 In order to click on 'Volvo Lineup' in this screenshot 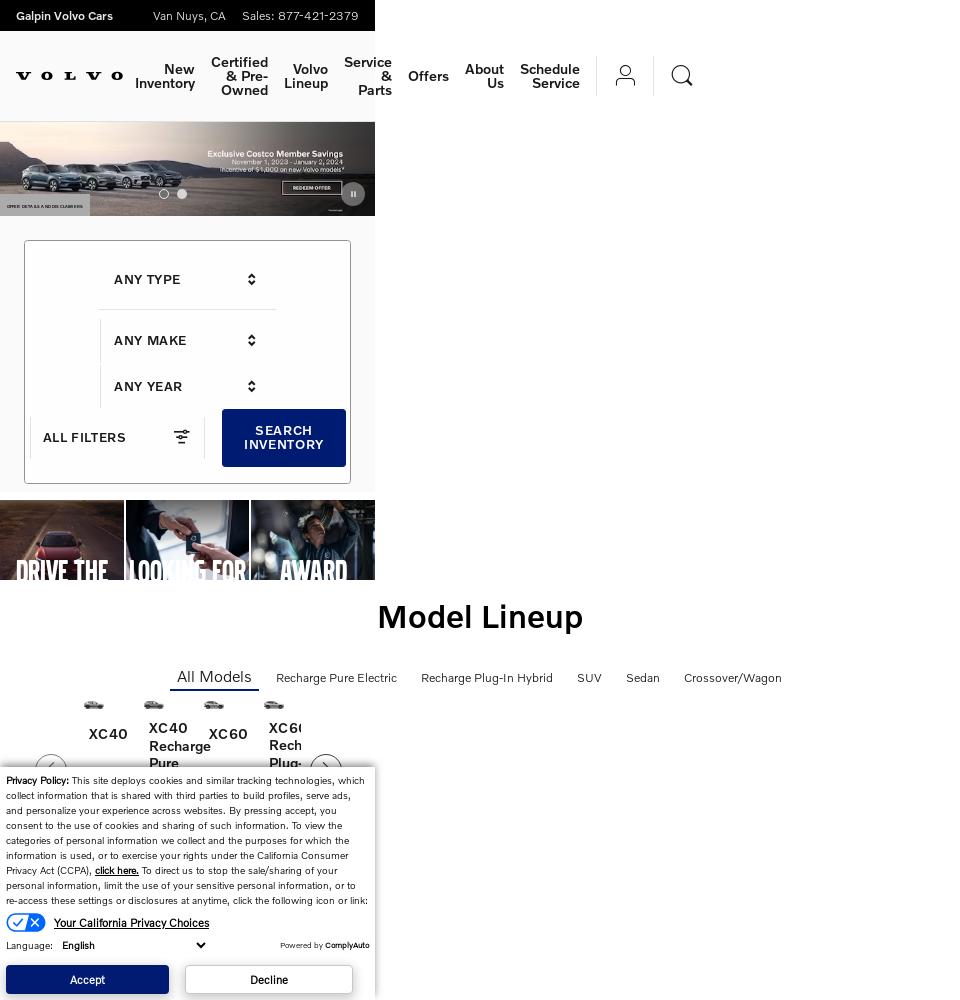, I will do `click(282, 74)`.